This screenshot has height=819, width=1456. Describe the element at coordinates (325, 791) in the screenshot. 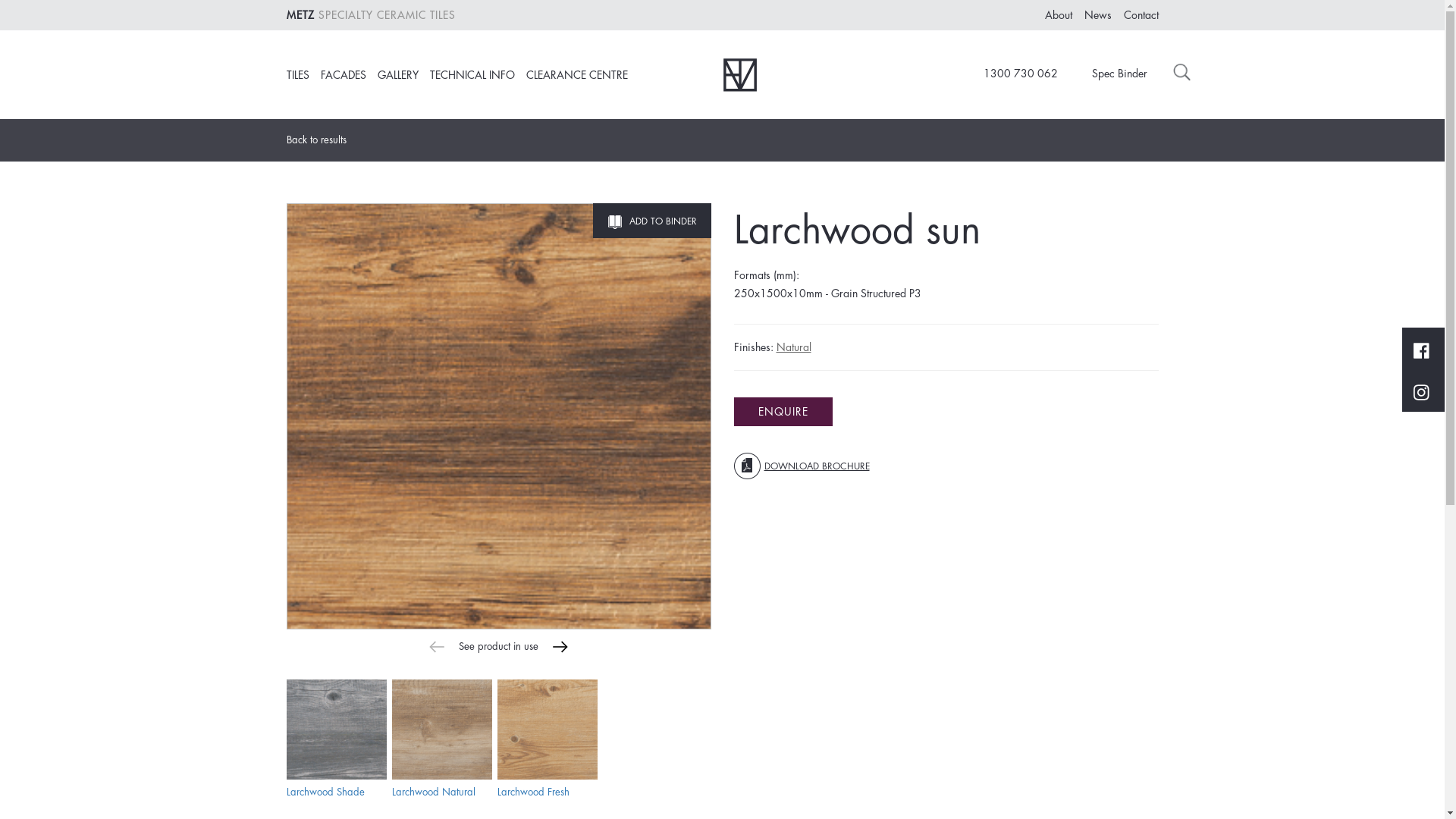

I see `'Larchwood Shade'` at that location.